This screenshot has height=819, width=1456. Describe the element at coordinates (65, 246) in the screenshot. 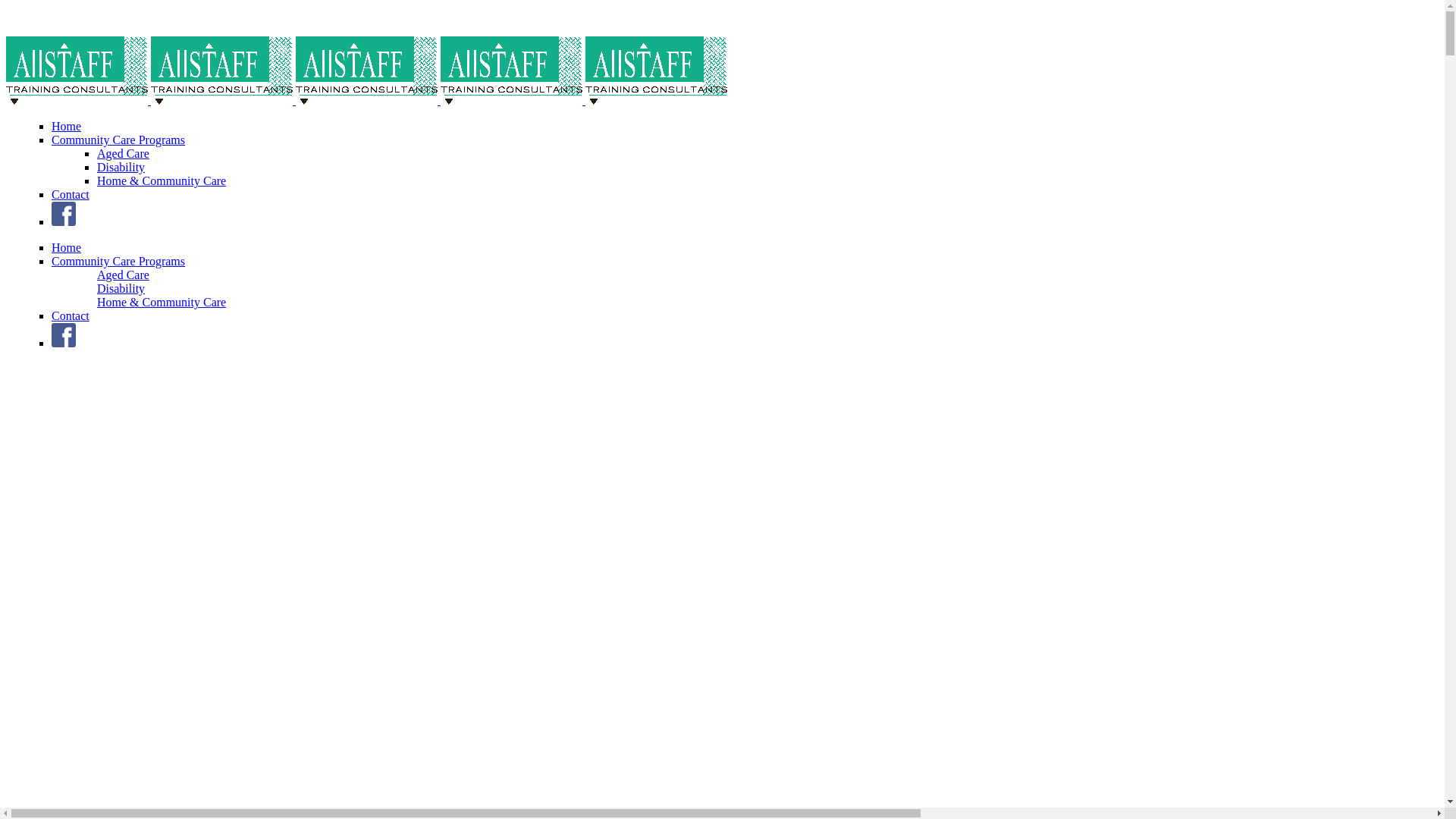

I see `'Home'` at that location.